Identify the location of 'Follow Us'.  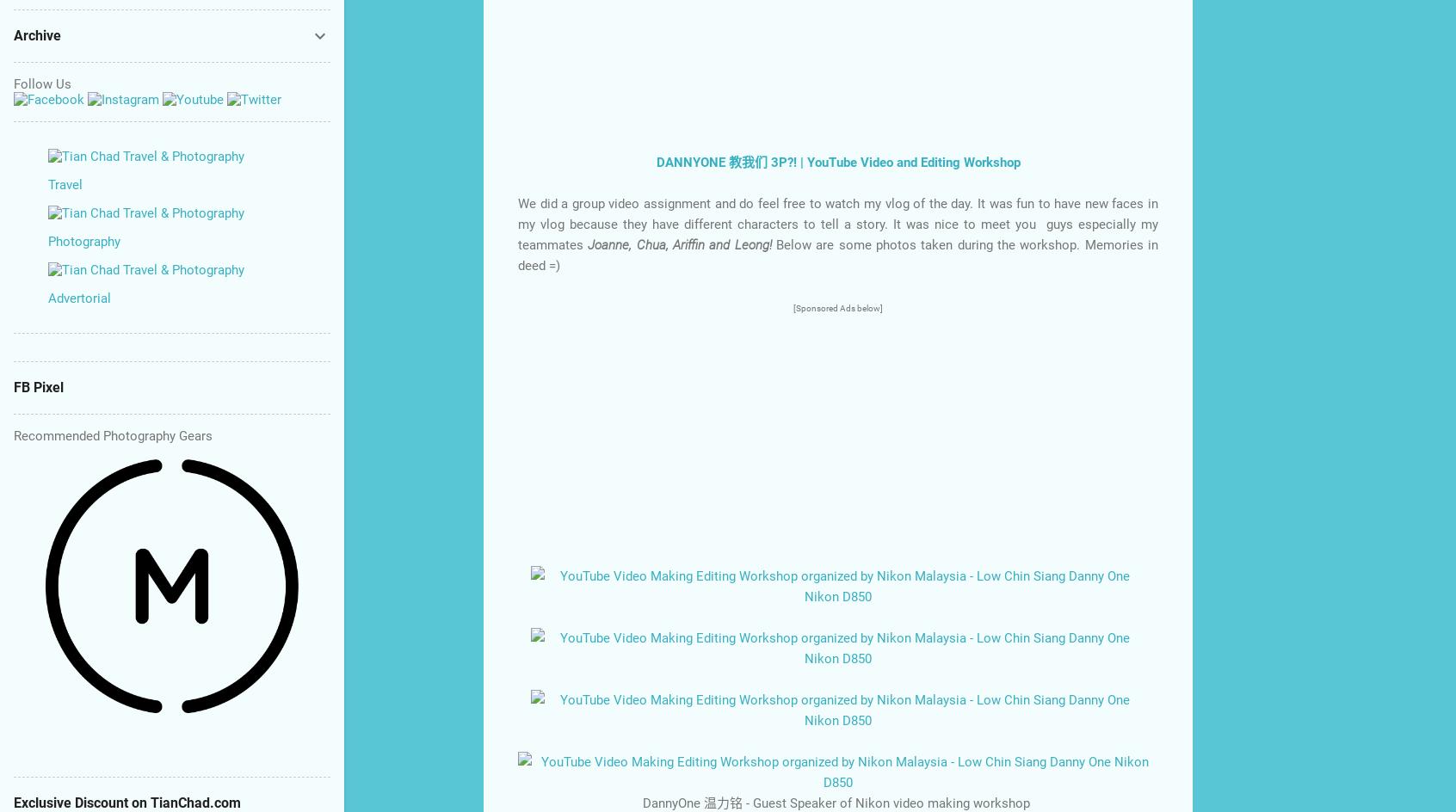
(41, 83).